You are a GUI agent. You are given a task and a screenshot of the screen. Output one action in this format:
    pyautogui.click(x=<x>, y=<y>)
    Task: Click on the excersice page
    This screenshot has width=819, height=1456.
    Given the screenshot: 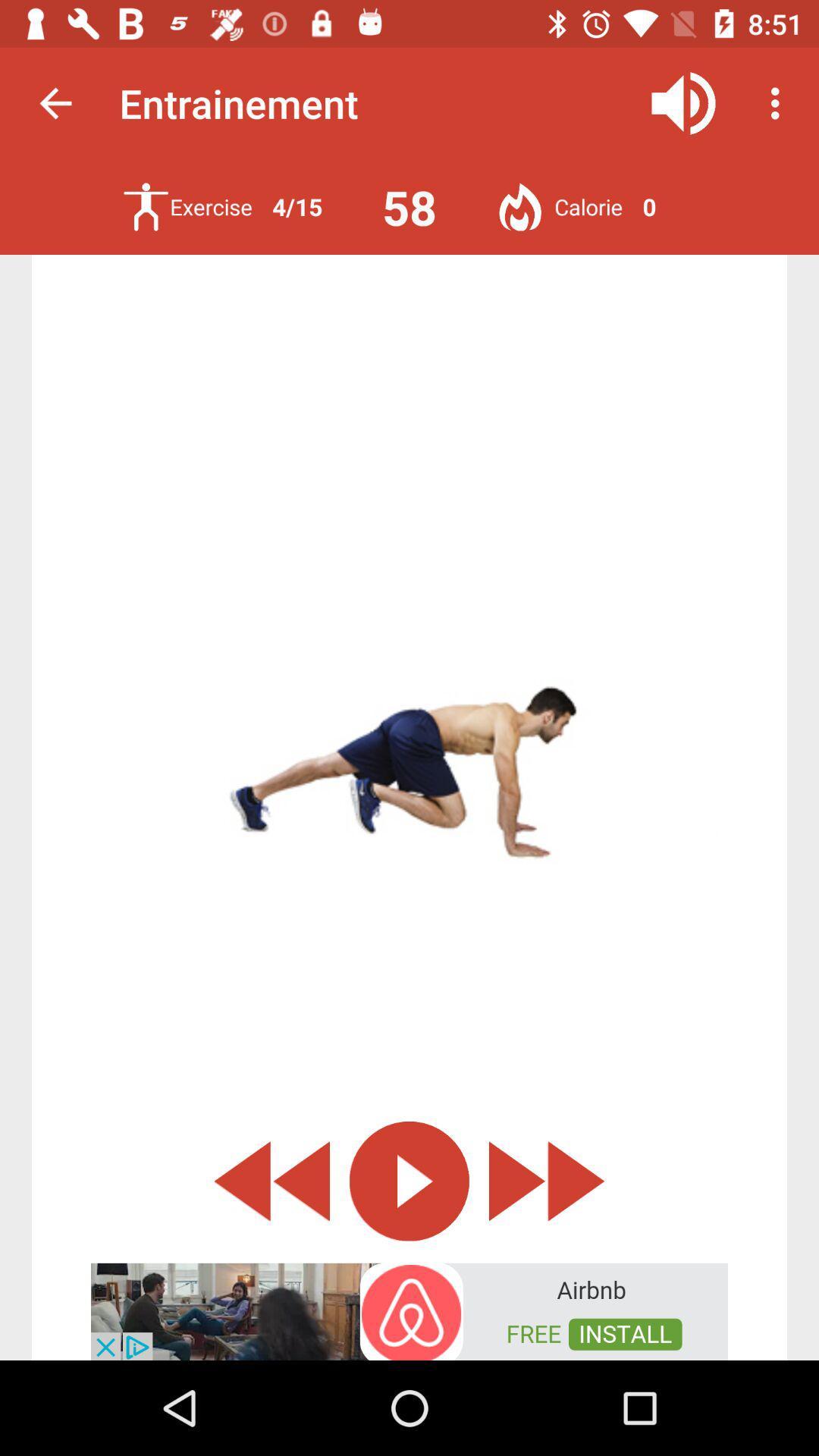 What is the action you would take?
    pyautogui.click(x=146, y=206)
    